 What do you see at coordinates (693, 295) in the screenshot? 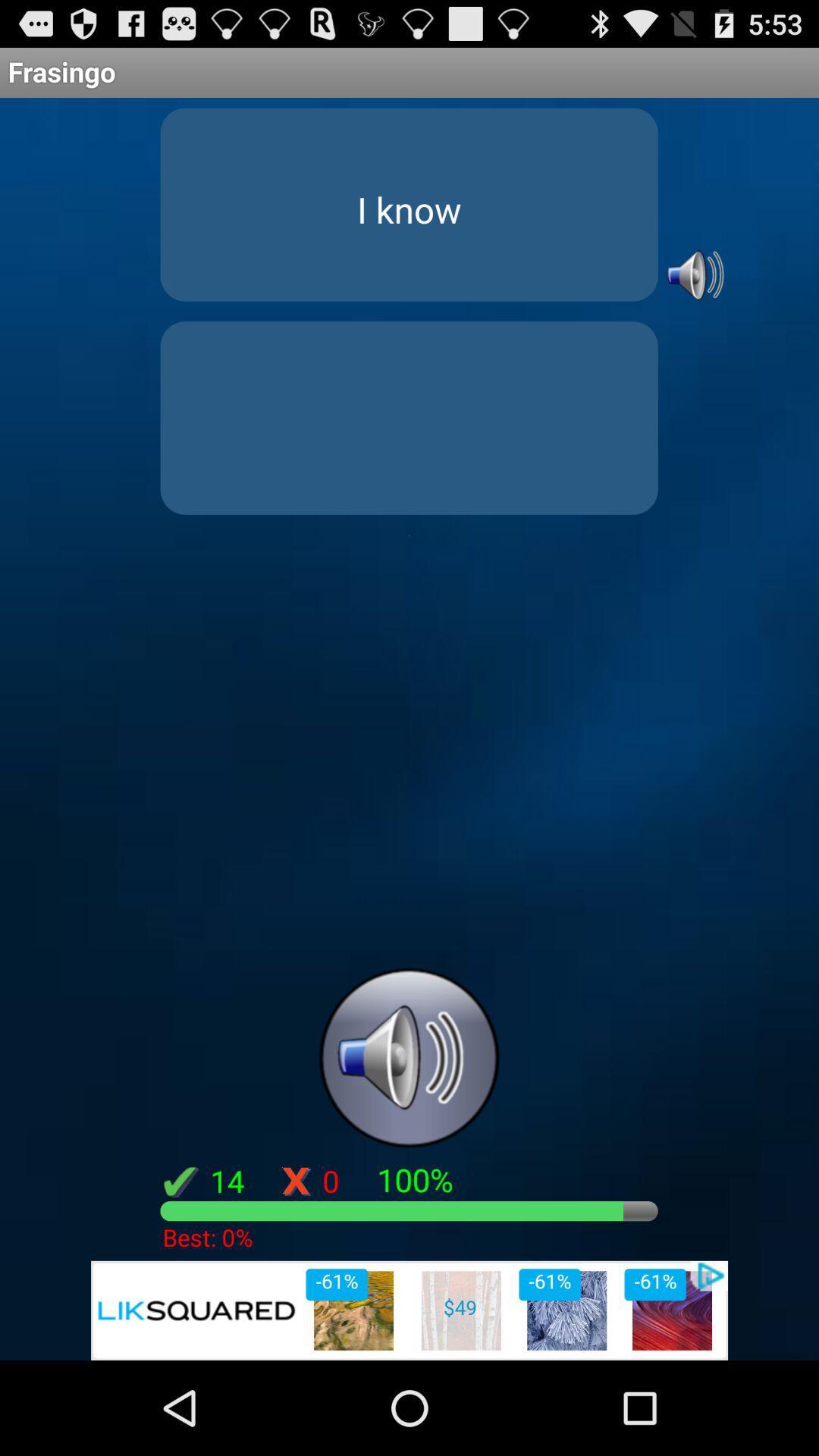
I see `the volume icon` at bounding box center [693, 295].